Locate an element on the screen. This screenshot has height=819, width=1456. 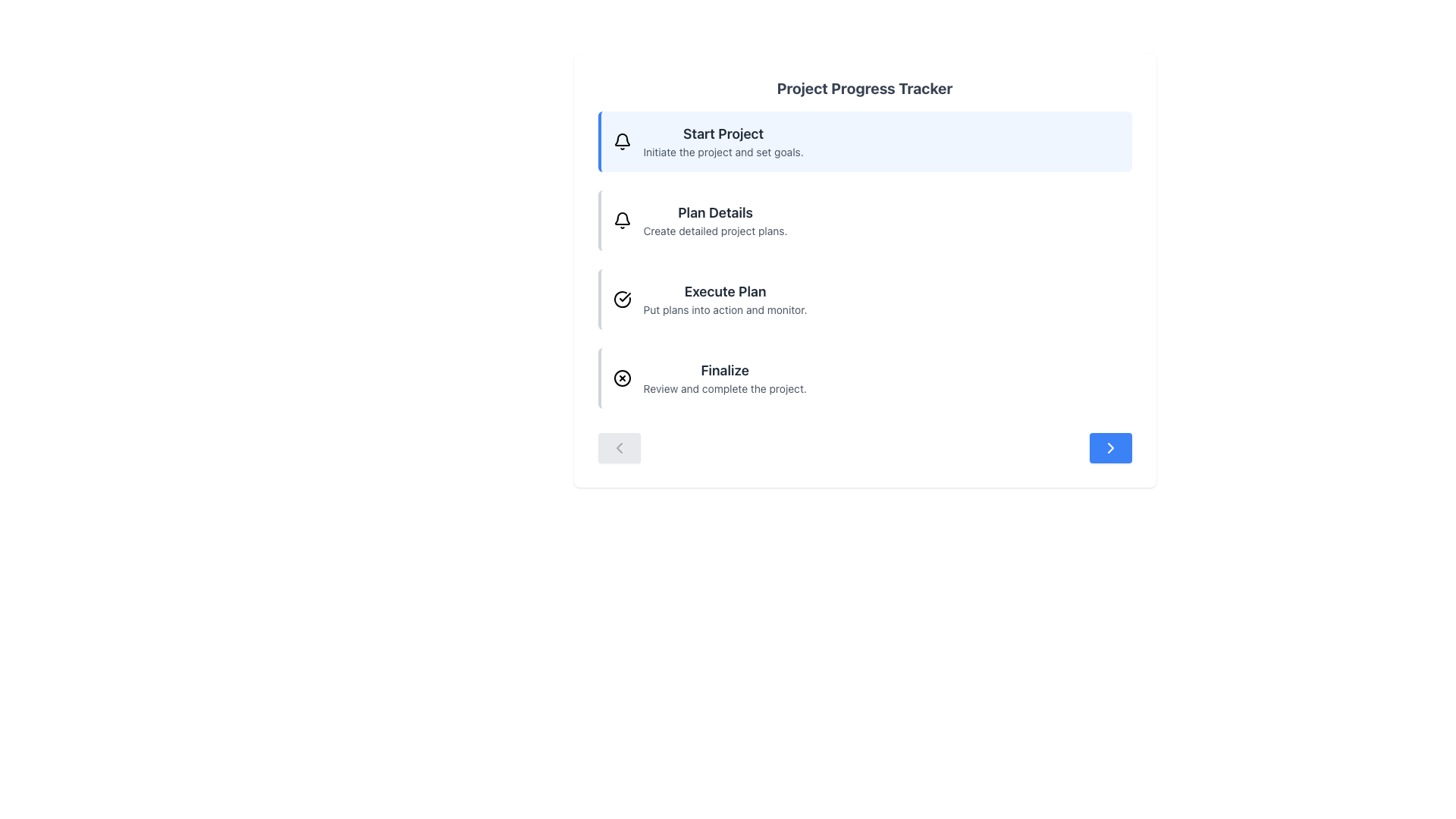
the text display element that shows 'Execute Plan' and 'Put plans into action and monitor', which is the third item in the vertical list of items is located at coordinates (724, 299).